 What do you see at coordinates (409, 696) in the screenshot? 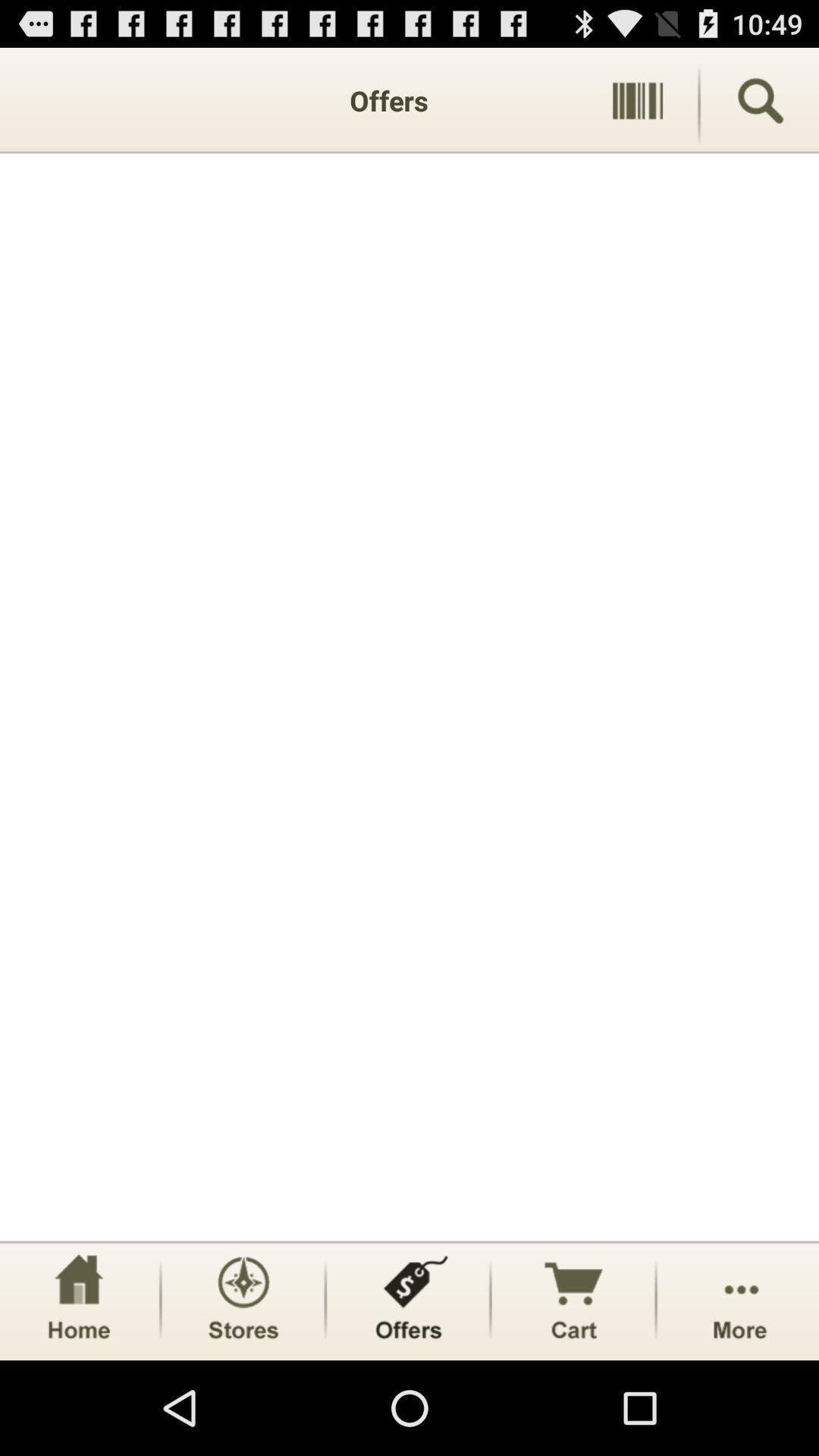
I see `item at the center` at bounding box center [409, 696].